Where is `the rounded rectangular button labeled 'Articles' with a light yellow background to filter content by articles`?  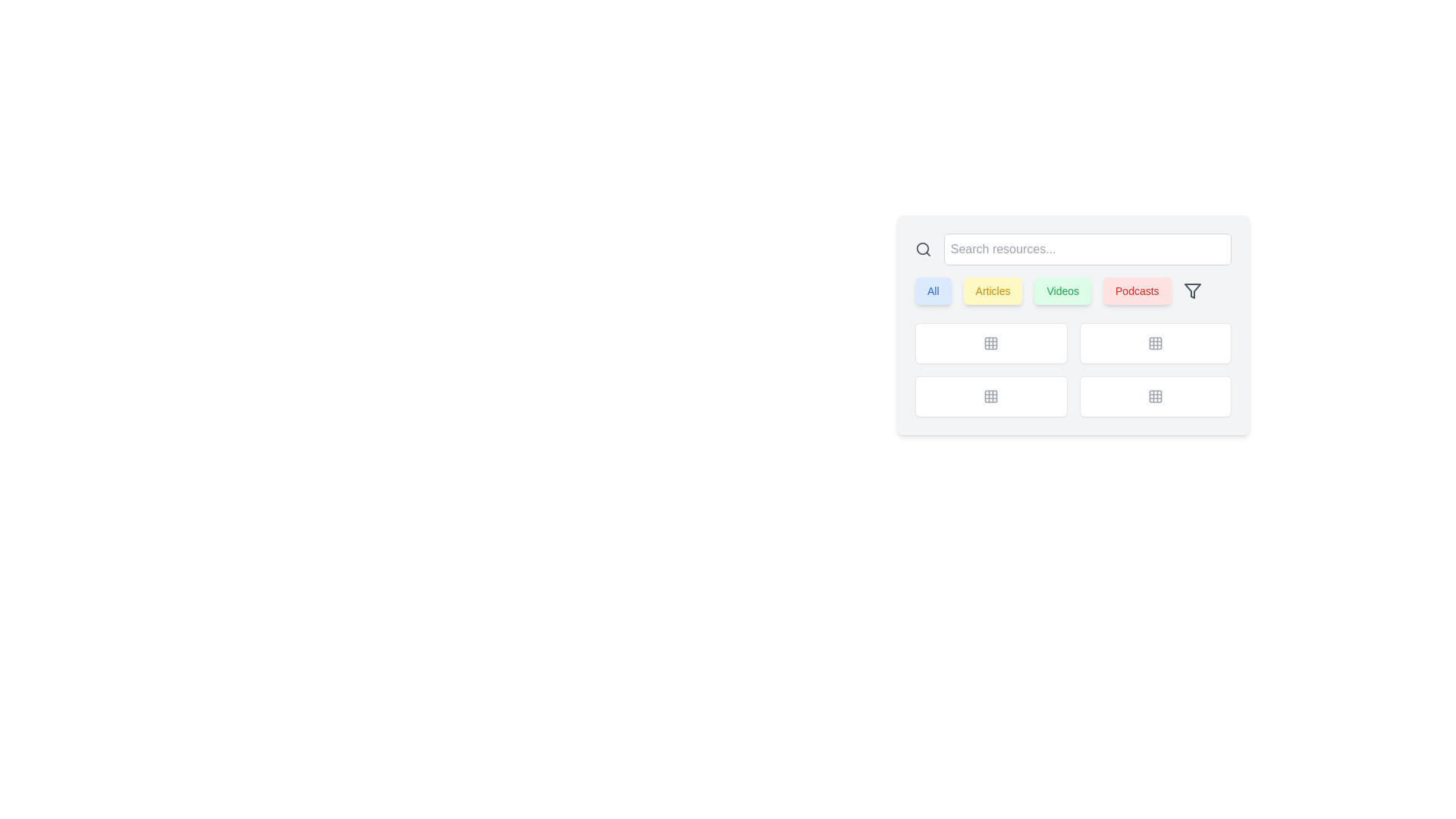
the rounded rectangular button labeled 'Articles' with a light yellow background to filter content by articles is located at coordinates (993, 291).